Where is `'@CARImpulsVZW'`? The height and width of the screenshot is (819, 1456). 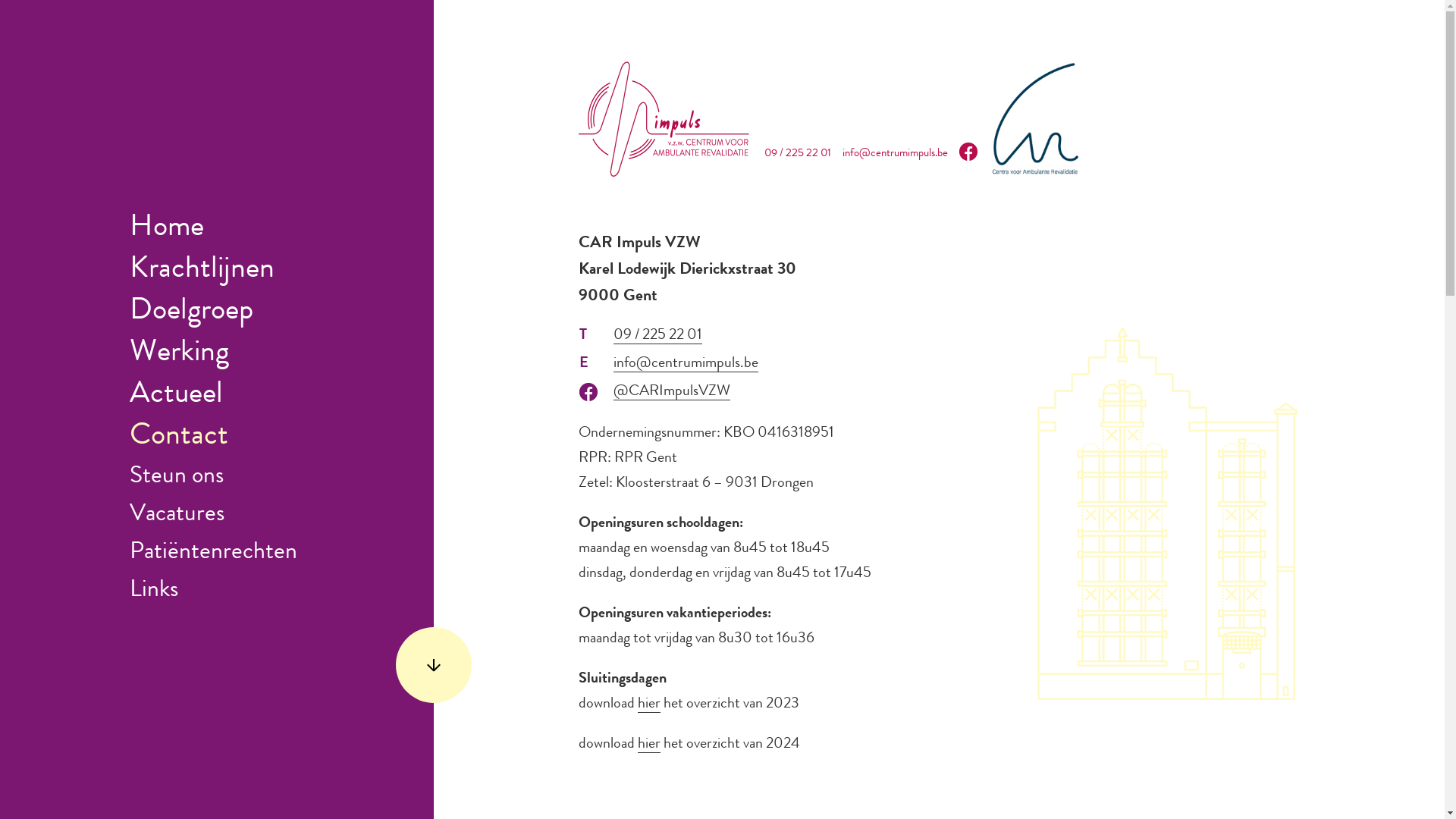
'@CARImpulsVZW' is located at coordinates (671, 391).